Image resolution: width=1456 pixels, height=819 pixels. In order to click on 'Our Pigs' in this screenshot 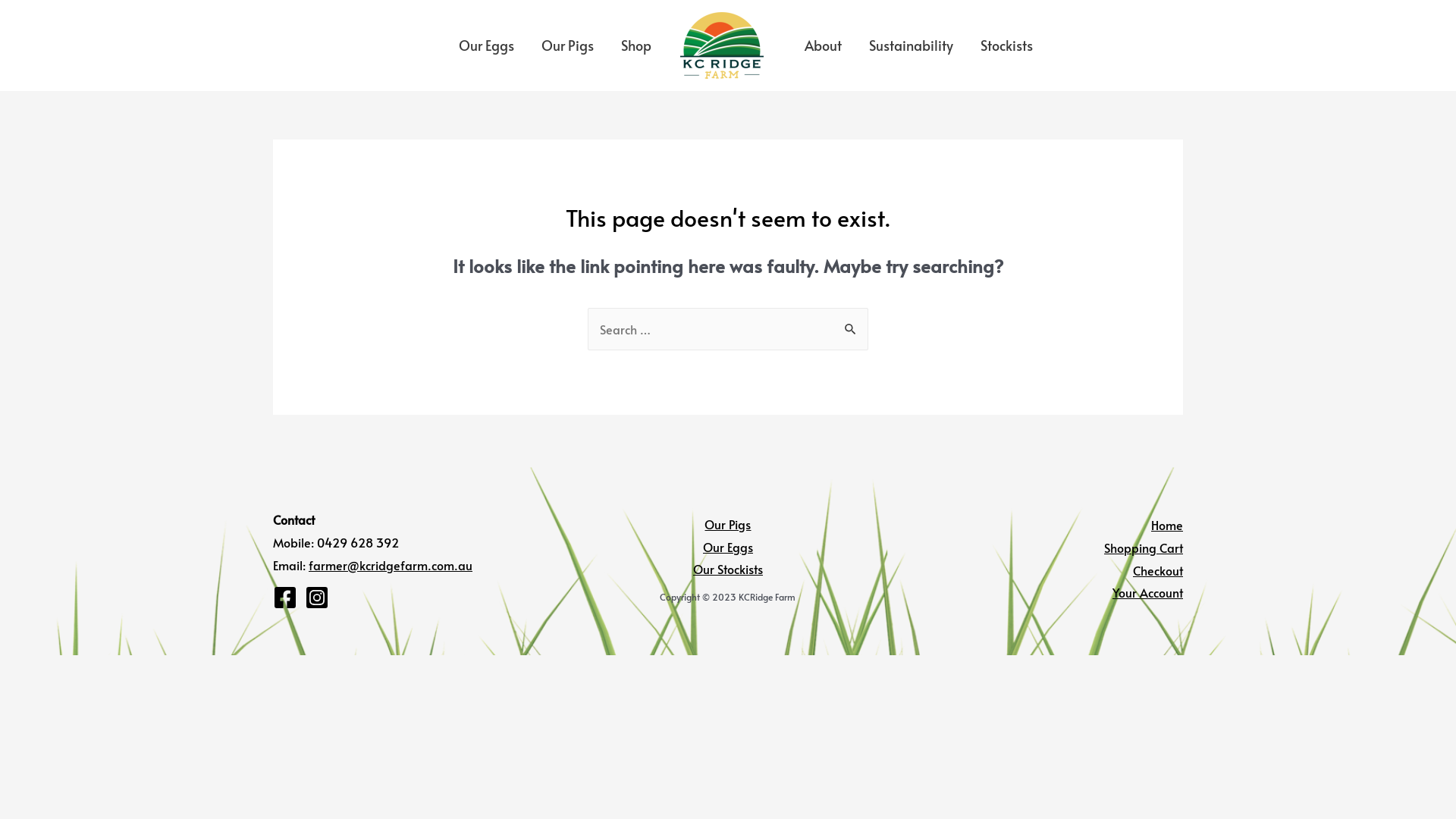, I will do `click(704, 522)`.